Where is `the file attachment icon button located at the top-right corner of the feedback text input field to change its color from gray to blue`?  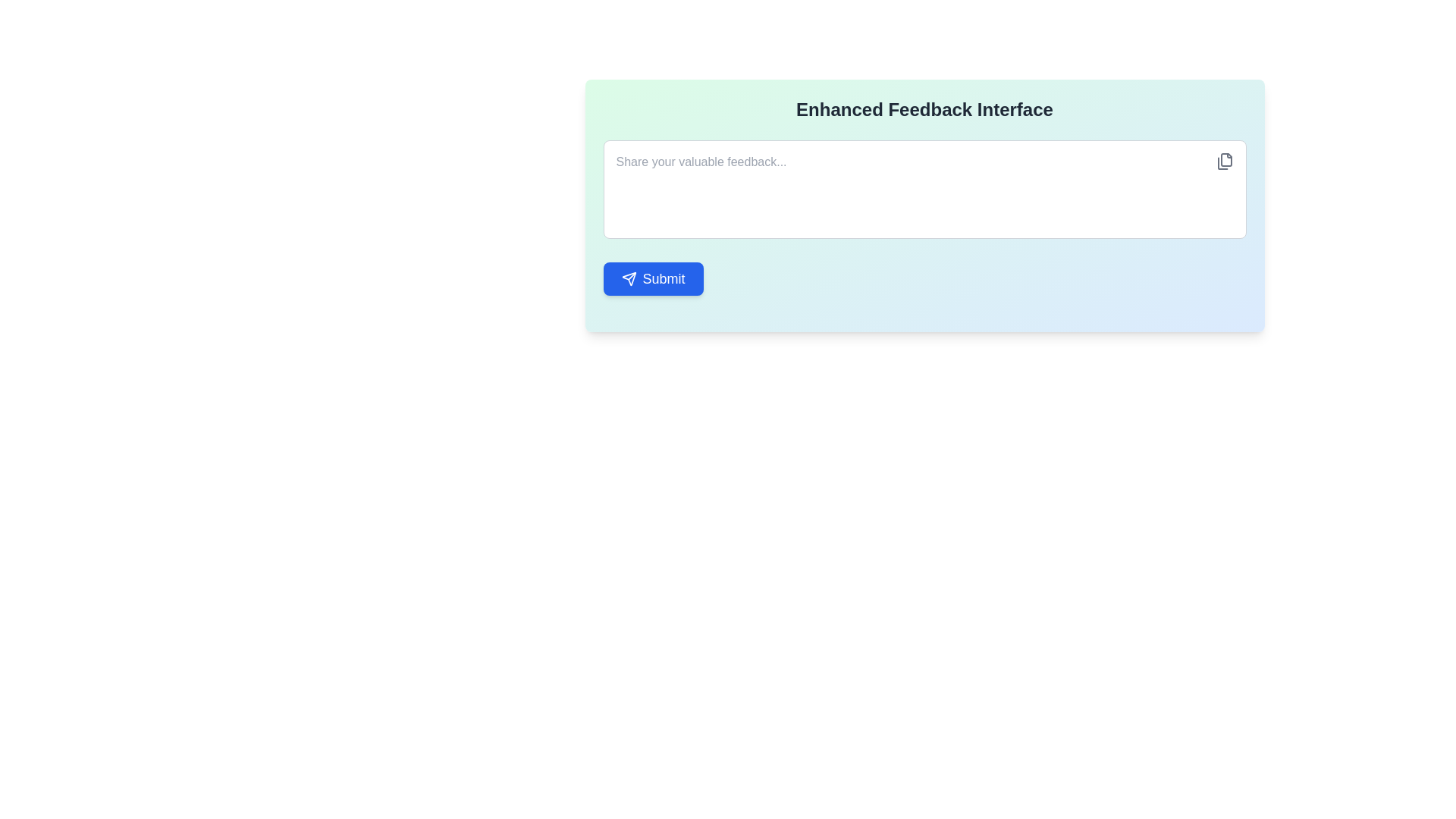
the file attachment icon button located at the top-right corner of the feedback text input field to change its color from gray to blue is located at coordinates (1225, 161).